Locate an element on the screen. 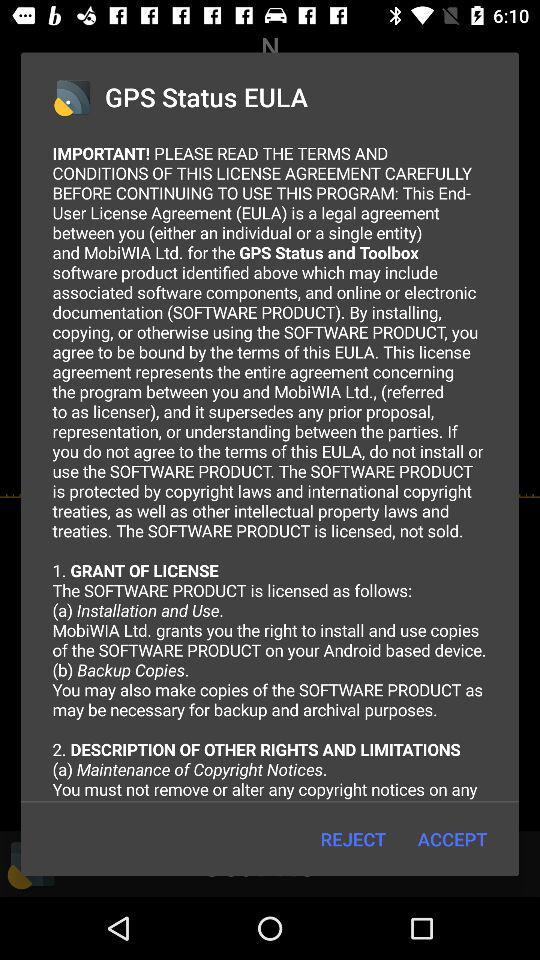 Image resolution: width=540 pixels, height=960 pixels. icon below important please read icon is located at coordinates (452, 839).